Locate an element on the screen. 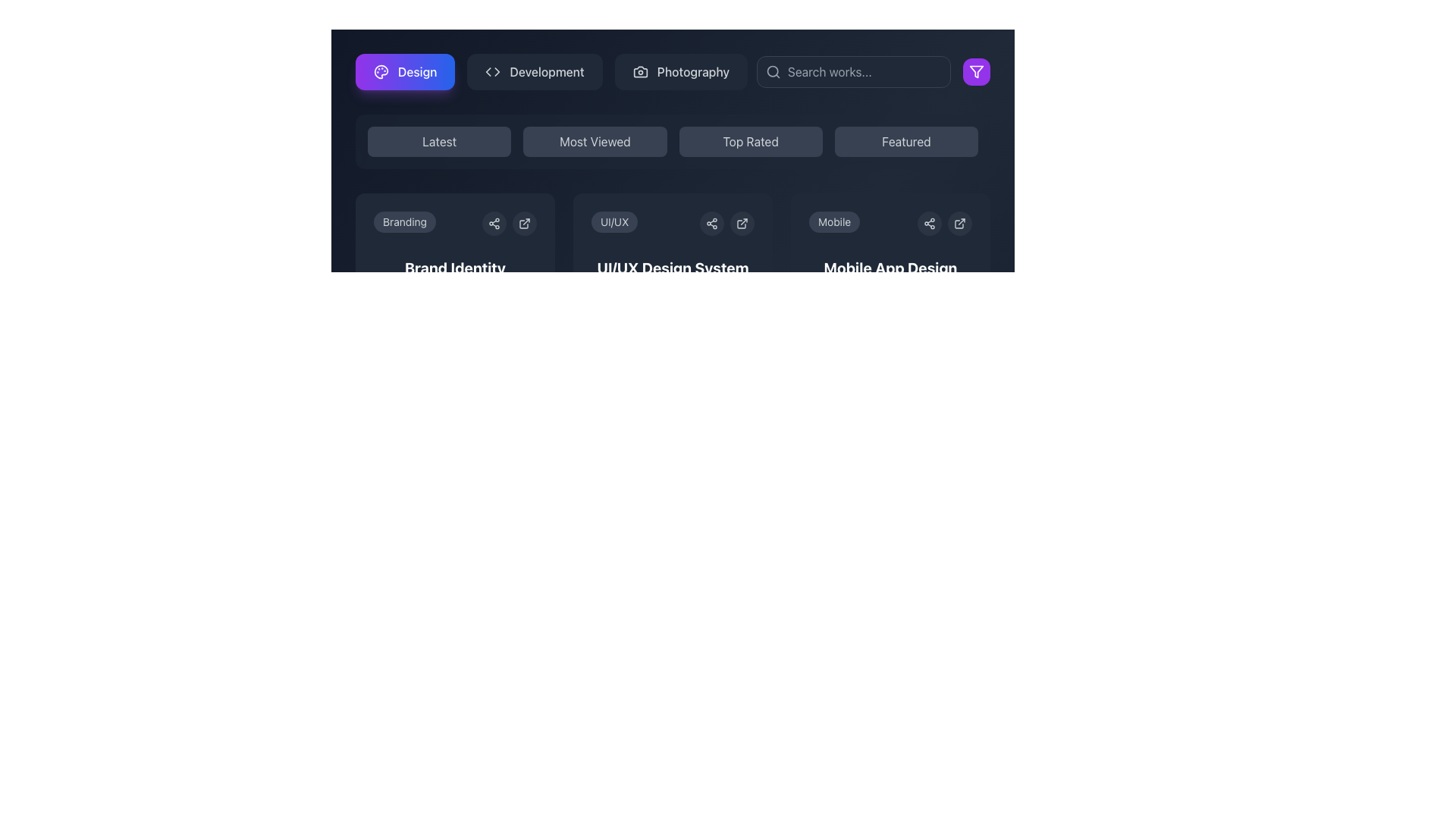  the 'Development' navigation button, which has rounded corners and a dark gray background is located at coordinates (551, 72).